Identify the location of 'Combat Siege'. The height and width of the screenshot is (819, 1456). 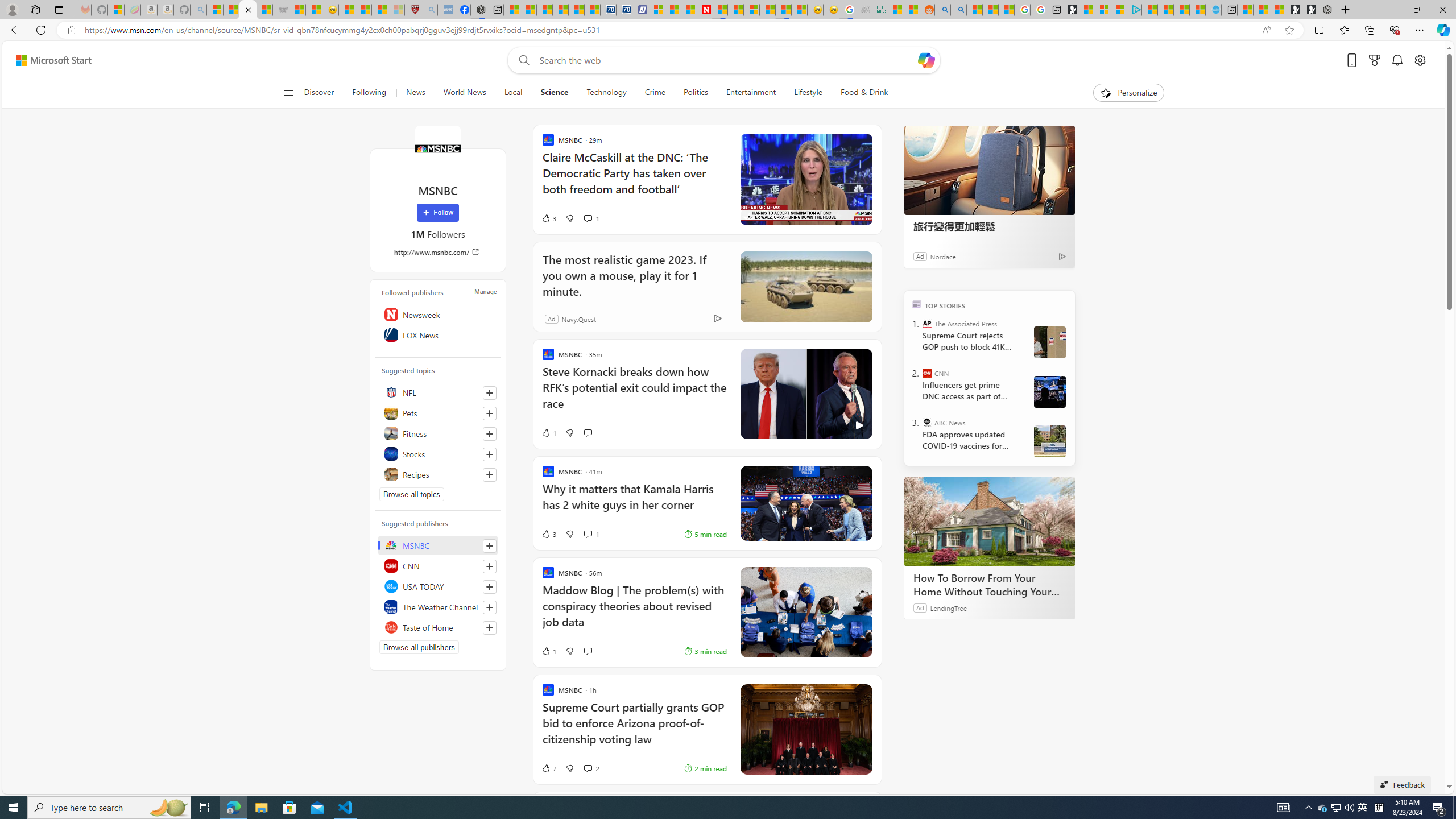
(280, 9).